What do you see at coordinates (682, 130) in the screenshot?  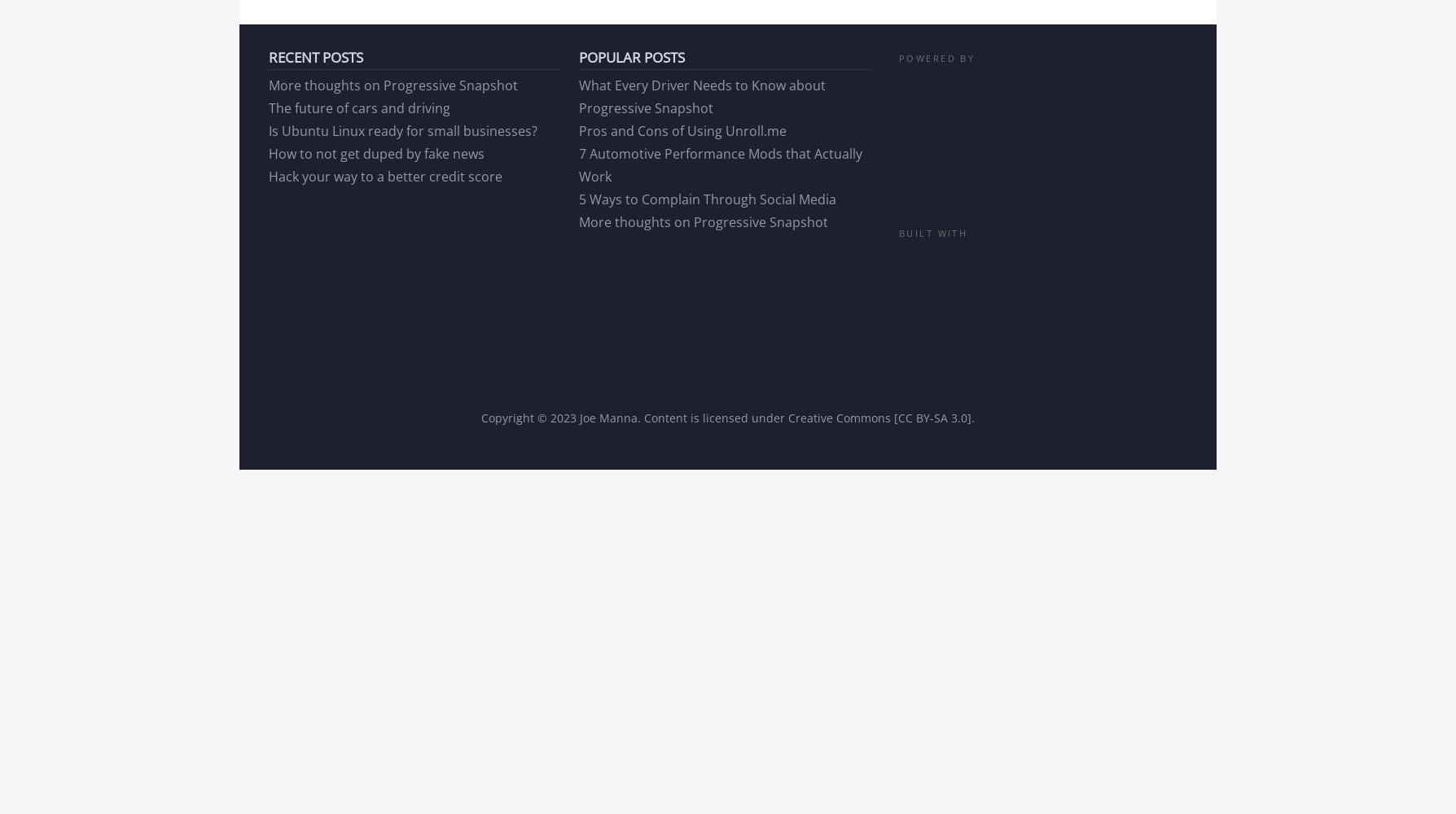 I see `'Pros and Cons of Using Unroll.me'` at bounding box center [682, 130].